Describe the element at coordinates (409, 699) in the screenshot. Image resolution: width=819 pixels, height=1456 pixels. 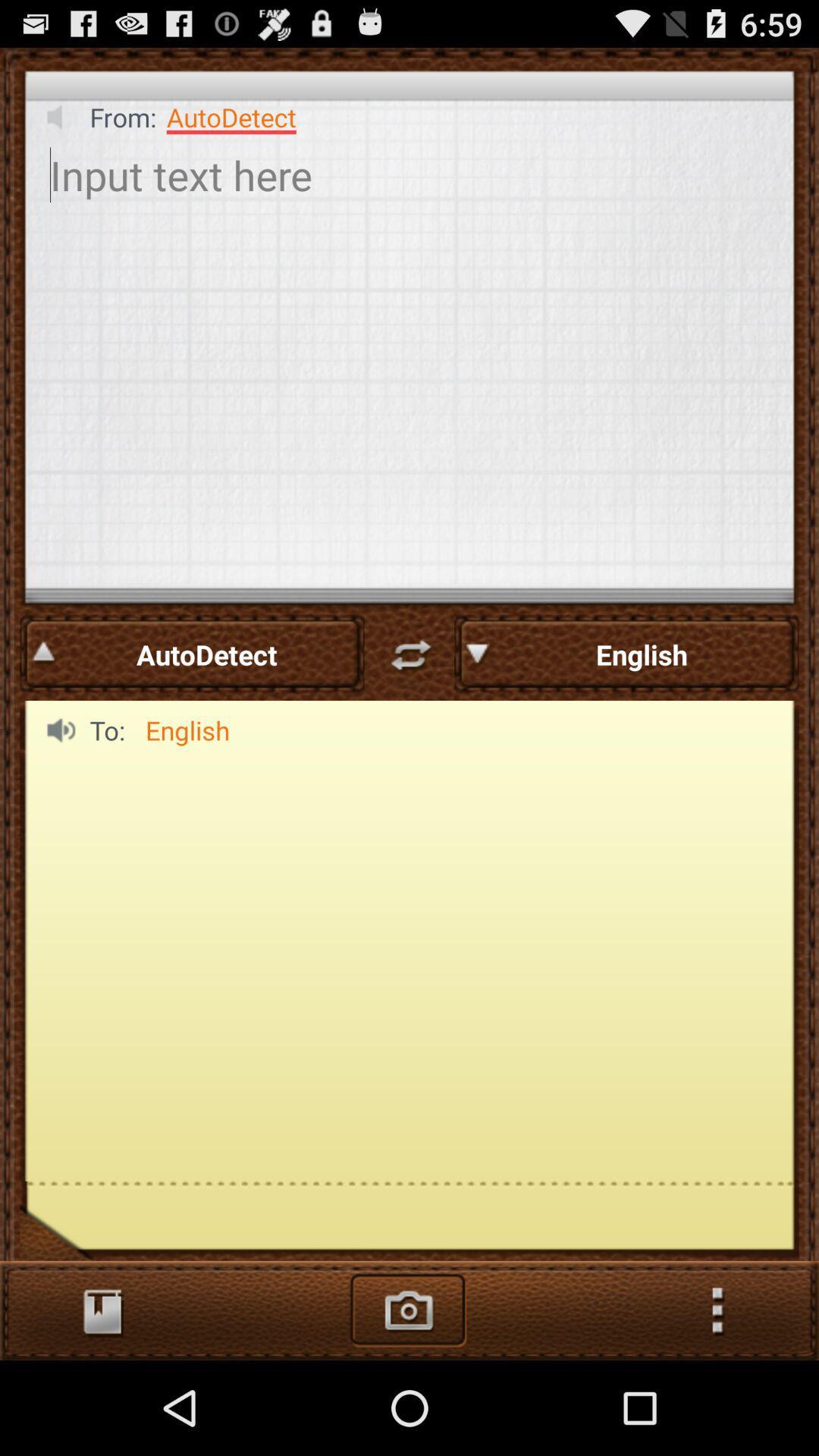
I see `the repeat icon` at that location.